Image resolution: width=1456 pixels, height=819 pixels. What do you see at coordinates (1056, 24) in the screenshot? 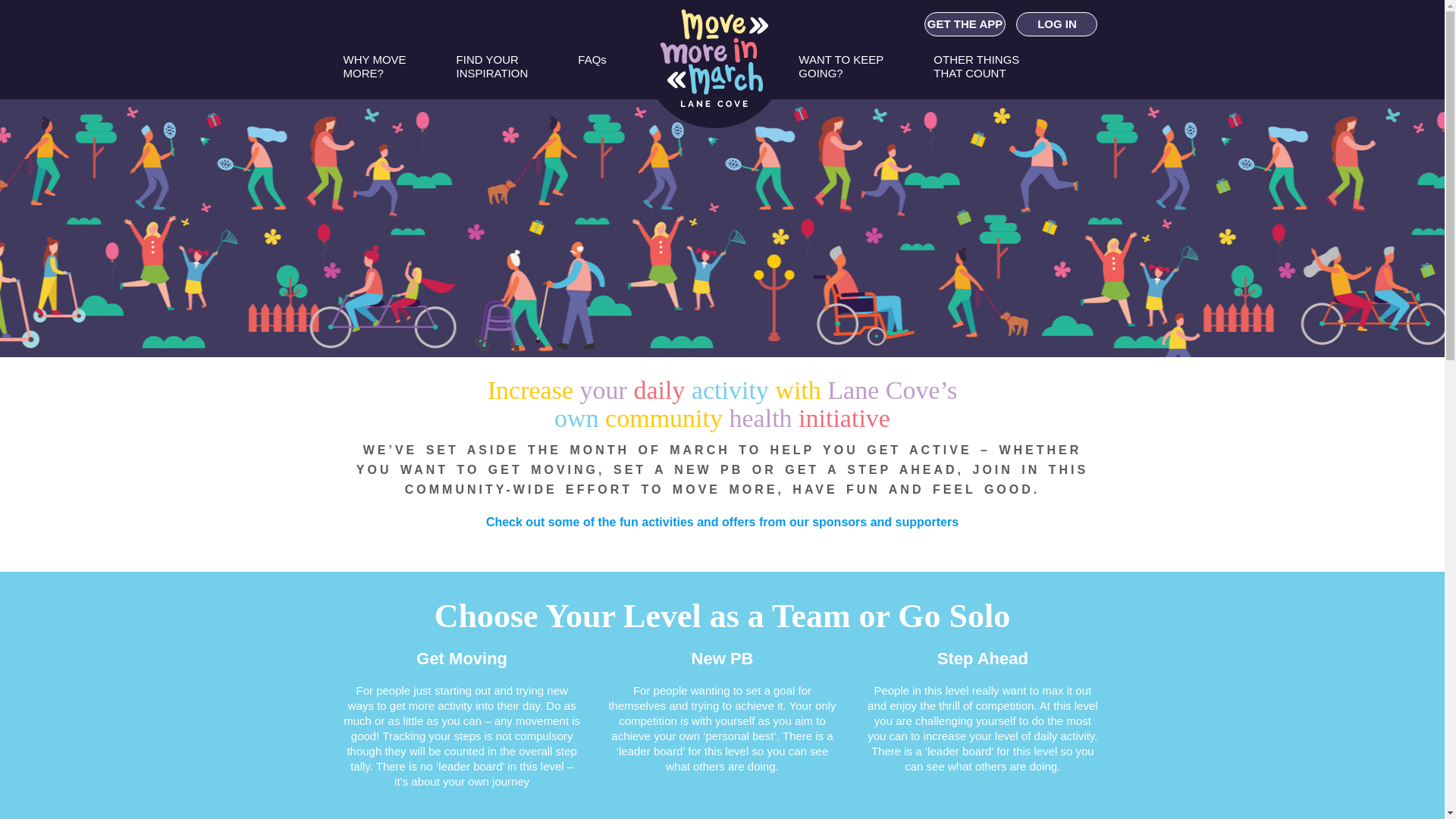
I see `'LOG IN'` at bounding box center [1056, 24].